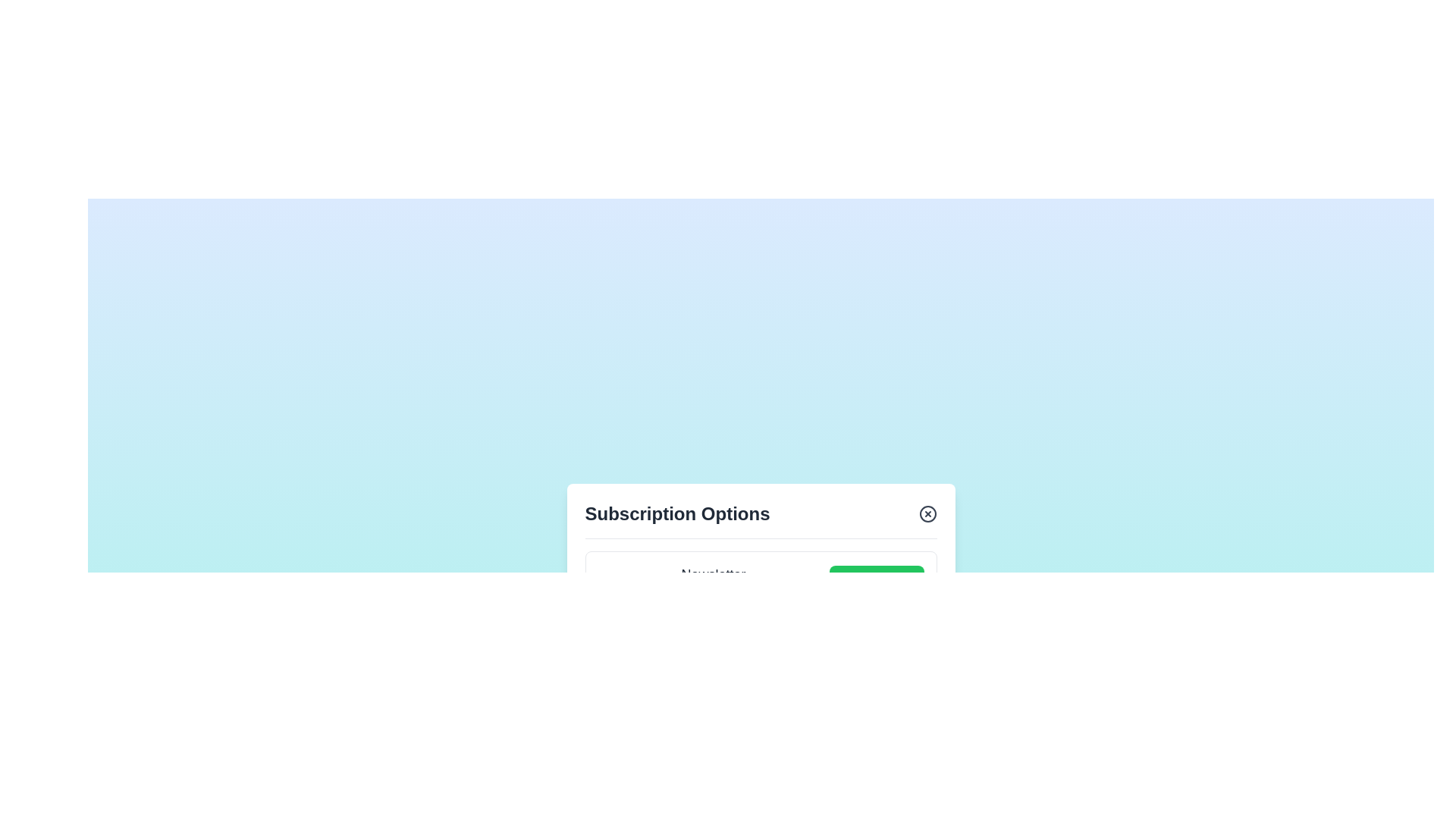 This screenshot has height=819, width=1456. I want to click on the 'Subscribe' button for Newsletter, so click(877, 589).